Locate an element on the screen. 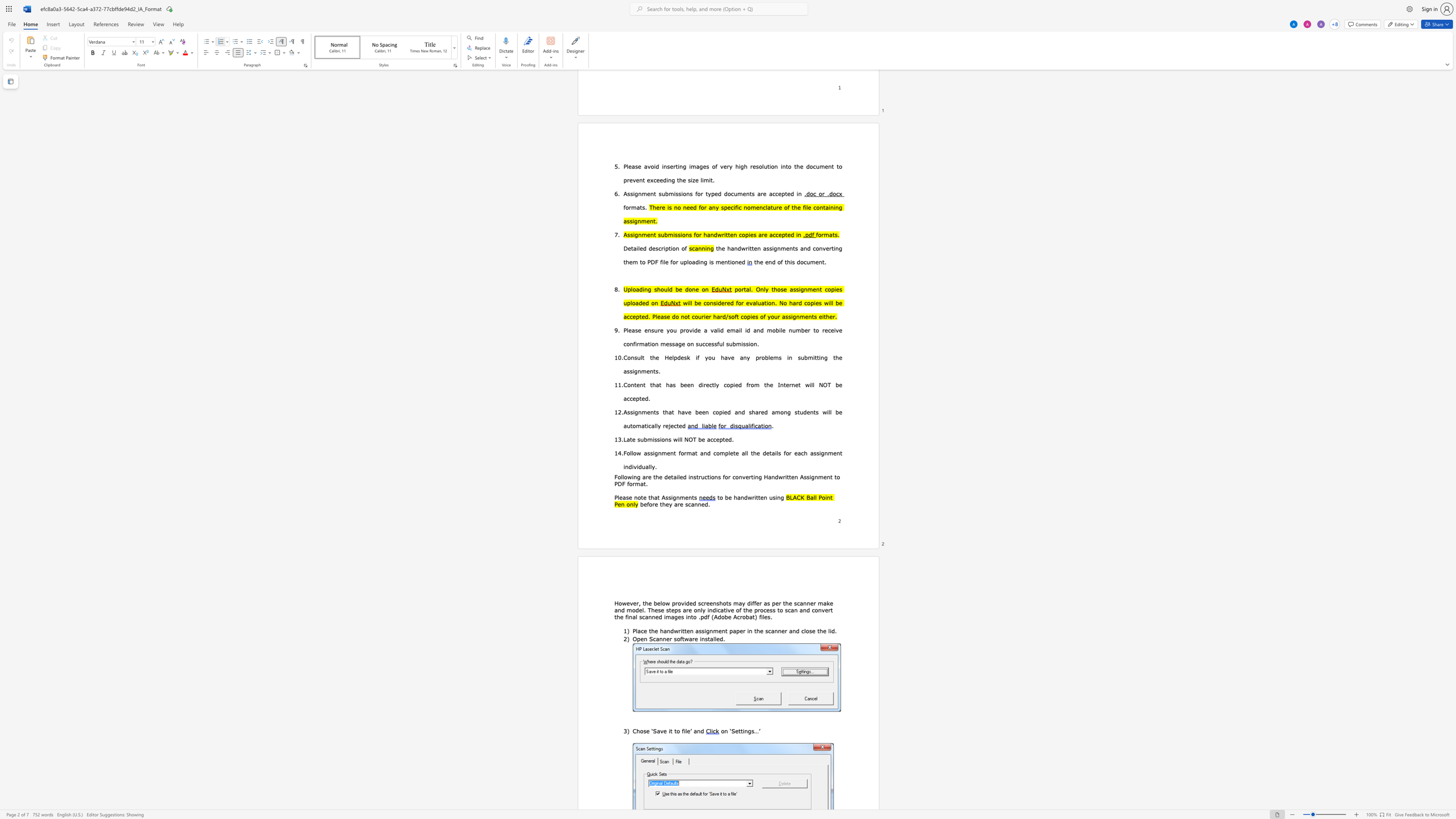 This screenshot has width=1456, height=819. the space between the continuous character "u" and "c" in the text is located at coordinates (704, 476).